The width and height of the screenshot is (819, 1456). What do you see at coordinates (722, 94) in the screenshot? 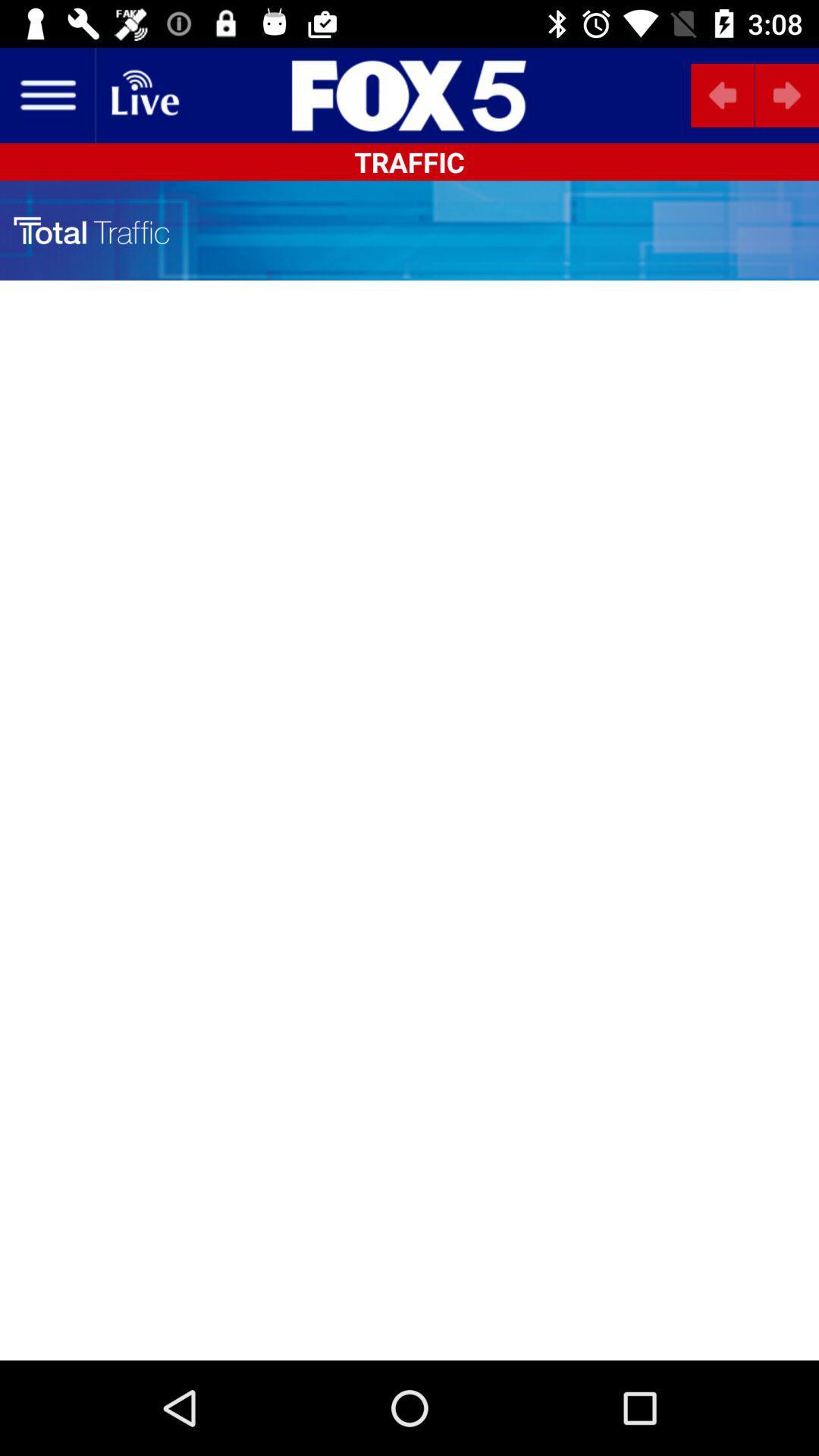
I see `the arrow_backward icon` at bounding box center [722, 94].